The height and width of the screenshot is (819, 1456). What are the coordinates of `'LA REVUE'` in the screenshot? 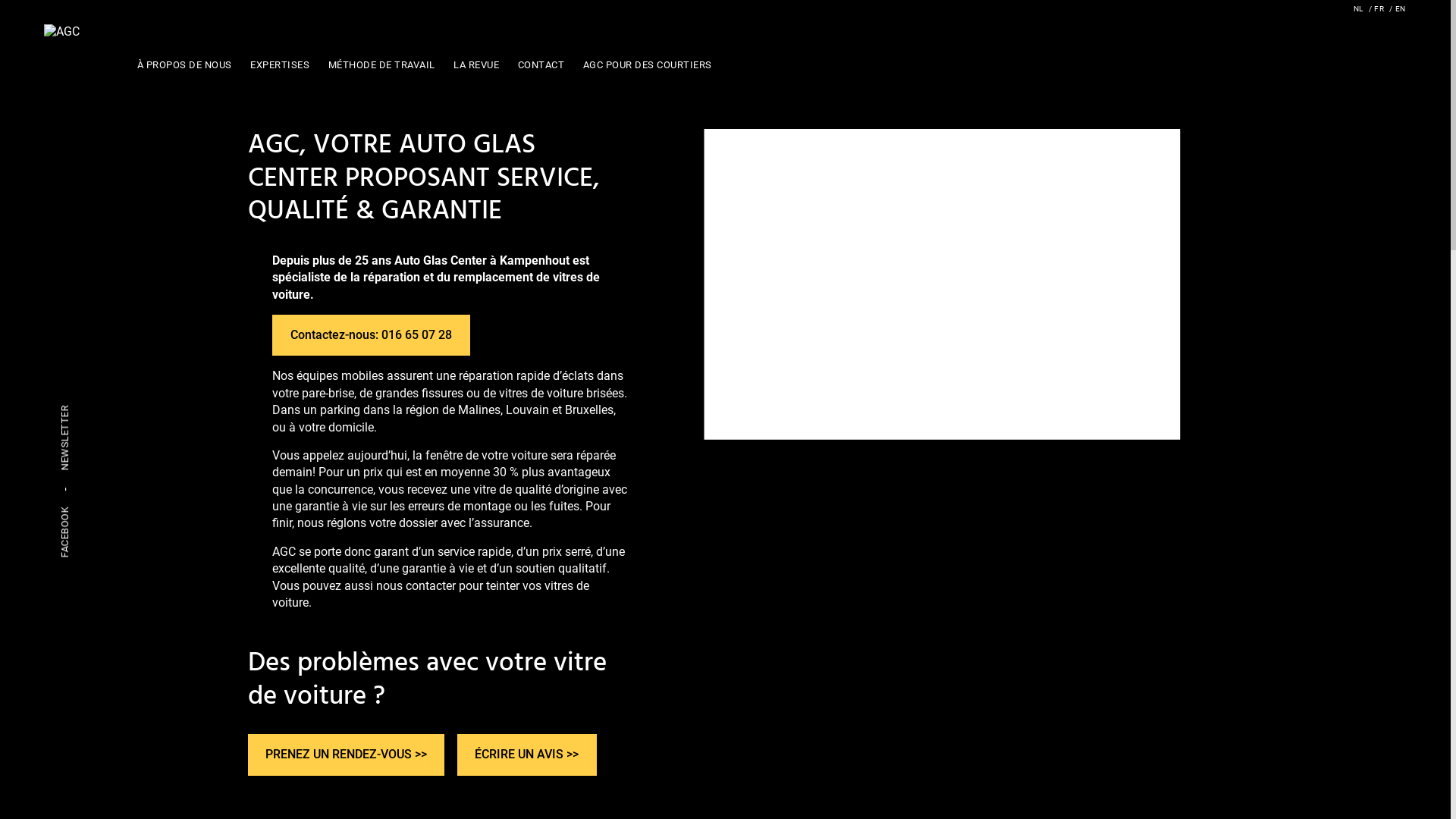 It's located at (475, 63).